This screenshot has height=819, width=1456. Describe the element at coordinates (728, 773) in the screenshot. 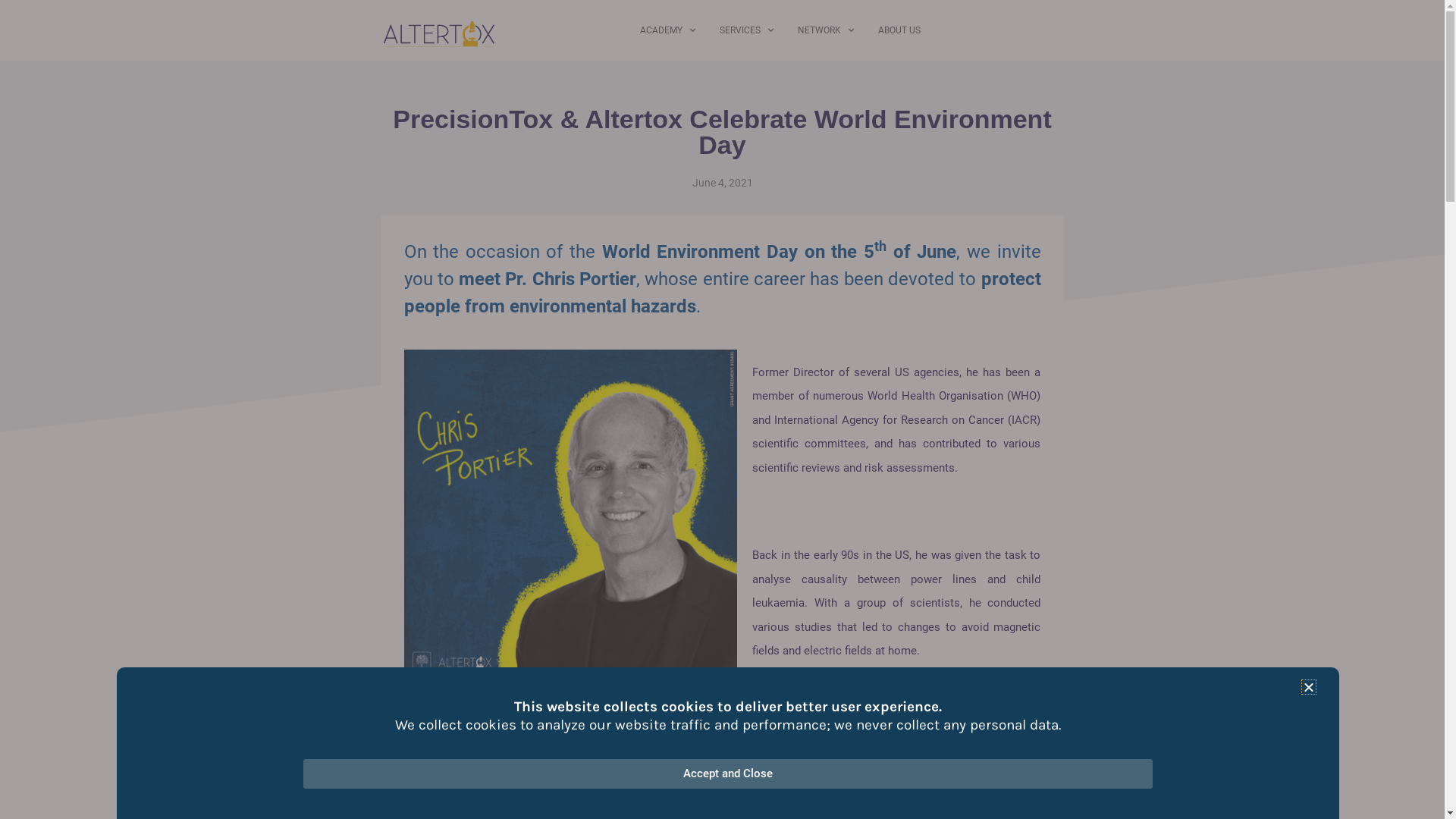

I see `'Accept and Close'` at that location.